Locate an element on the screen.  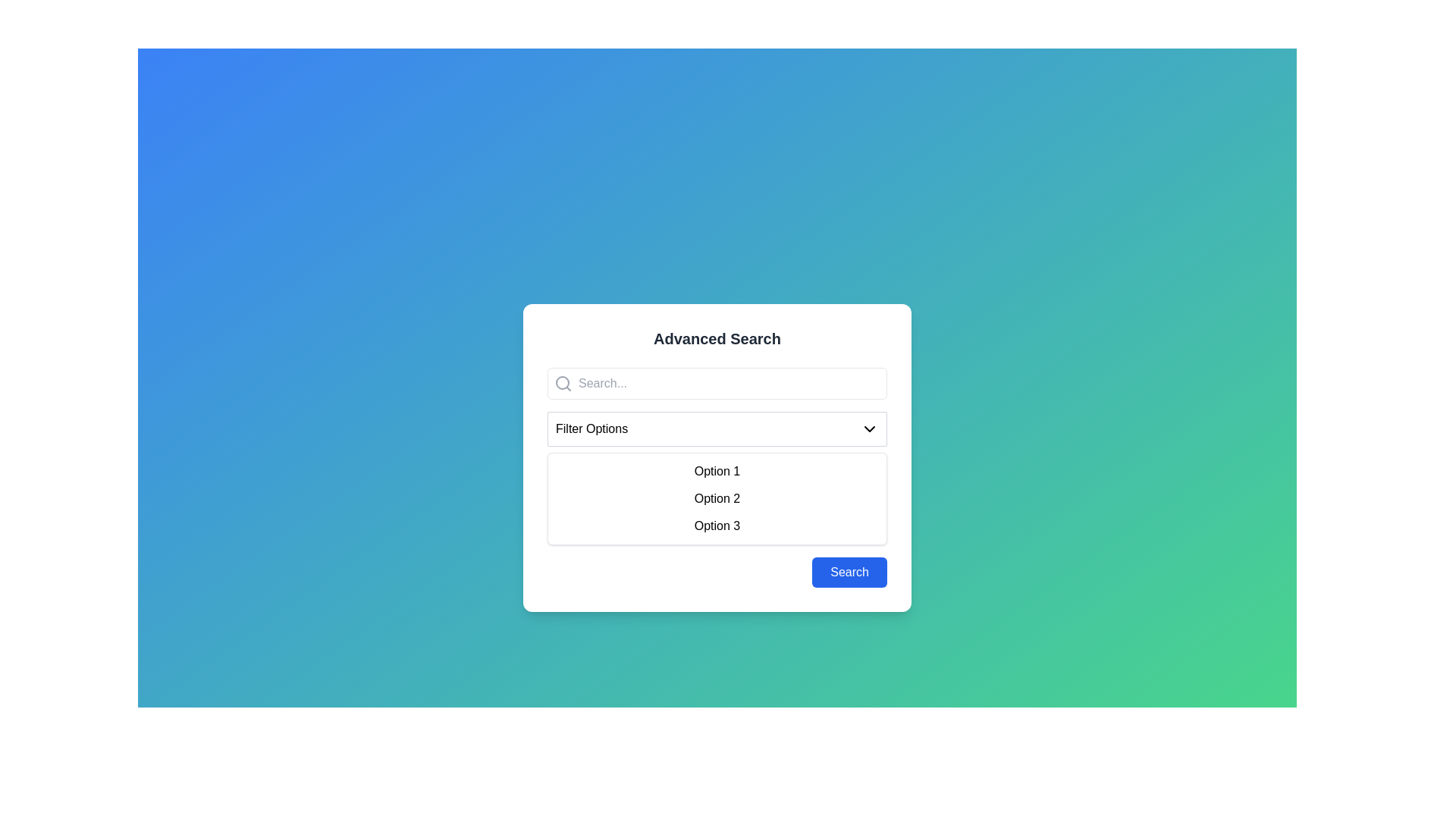
the selectable text label at the bottom of the 'Filter Options' panel for visual feedback is located at coordinates (716, 526).